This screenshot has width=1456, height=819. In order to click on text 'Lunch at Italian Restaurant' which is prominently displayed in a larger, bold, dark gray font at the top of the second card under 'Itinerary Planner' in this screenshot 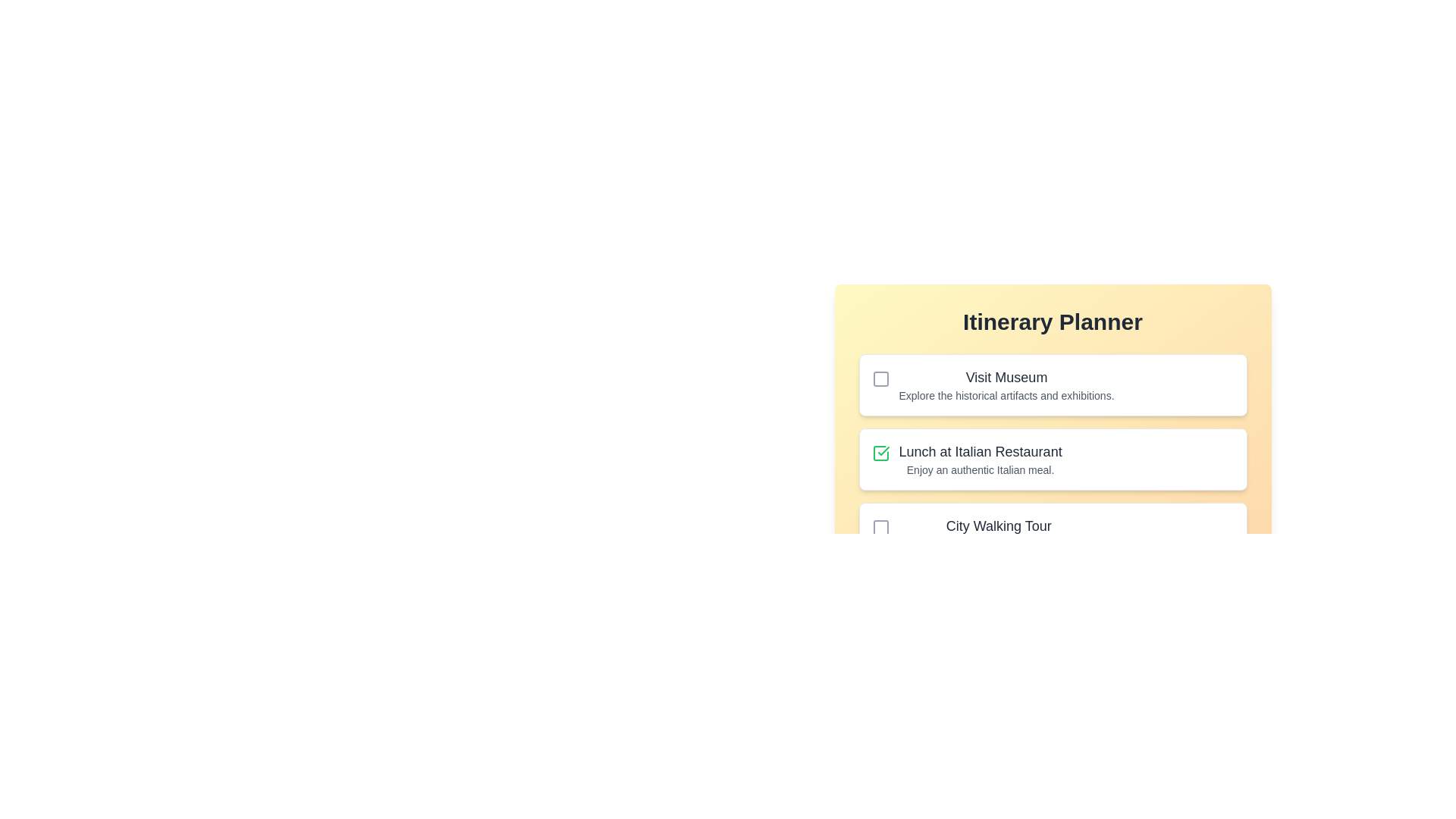, I will do `click(981, 451)`.